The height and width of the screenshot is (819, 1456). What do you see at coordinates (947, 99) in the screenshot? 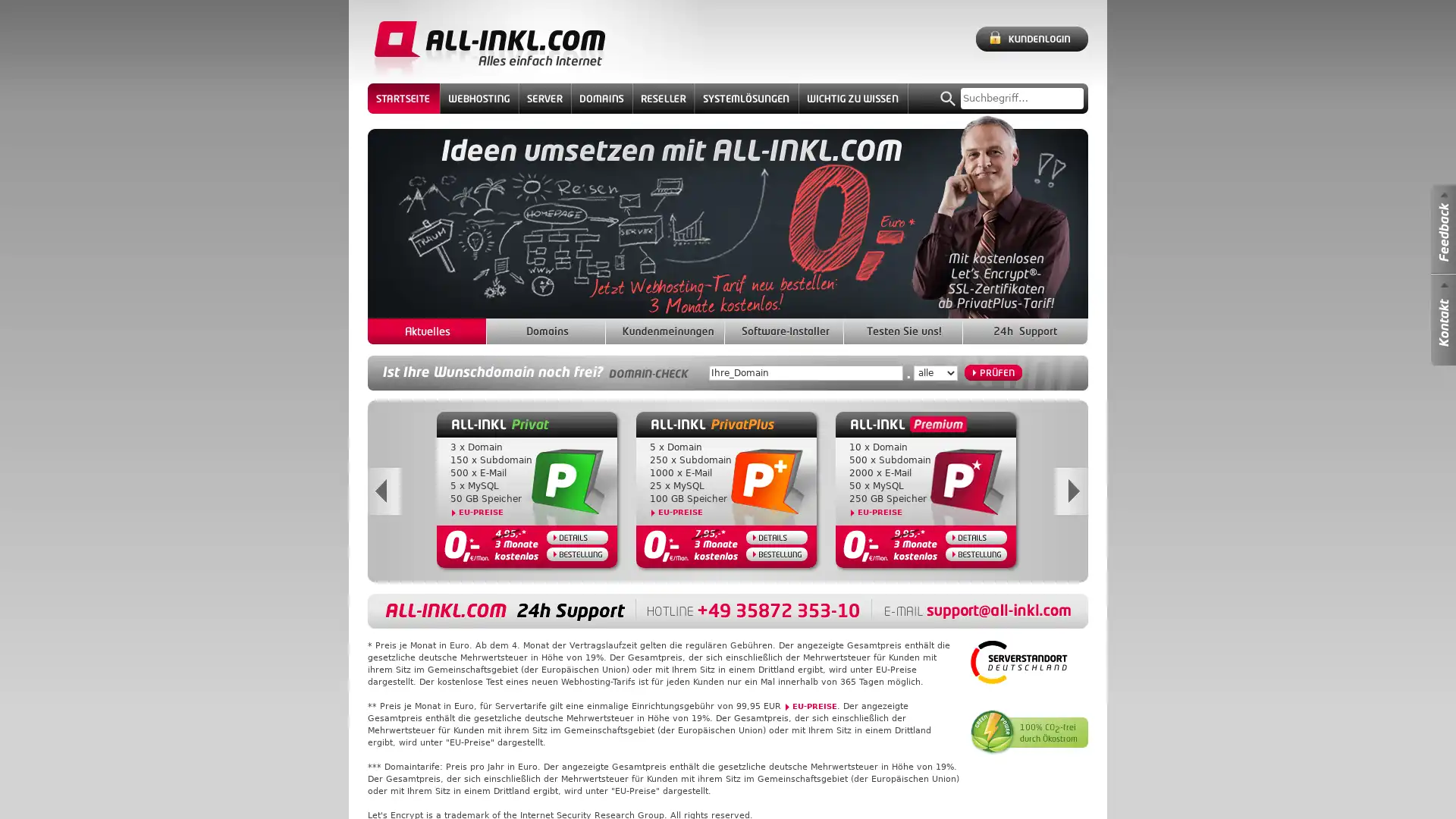
I see `Suche` at bounding box center [947, 99].